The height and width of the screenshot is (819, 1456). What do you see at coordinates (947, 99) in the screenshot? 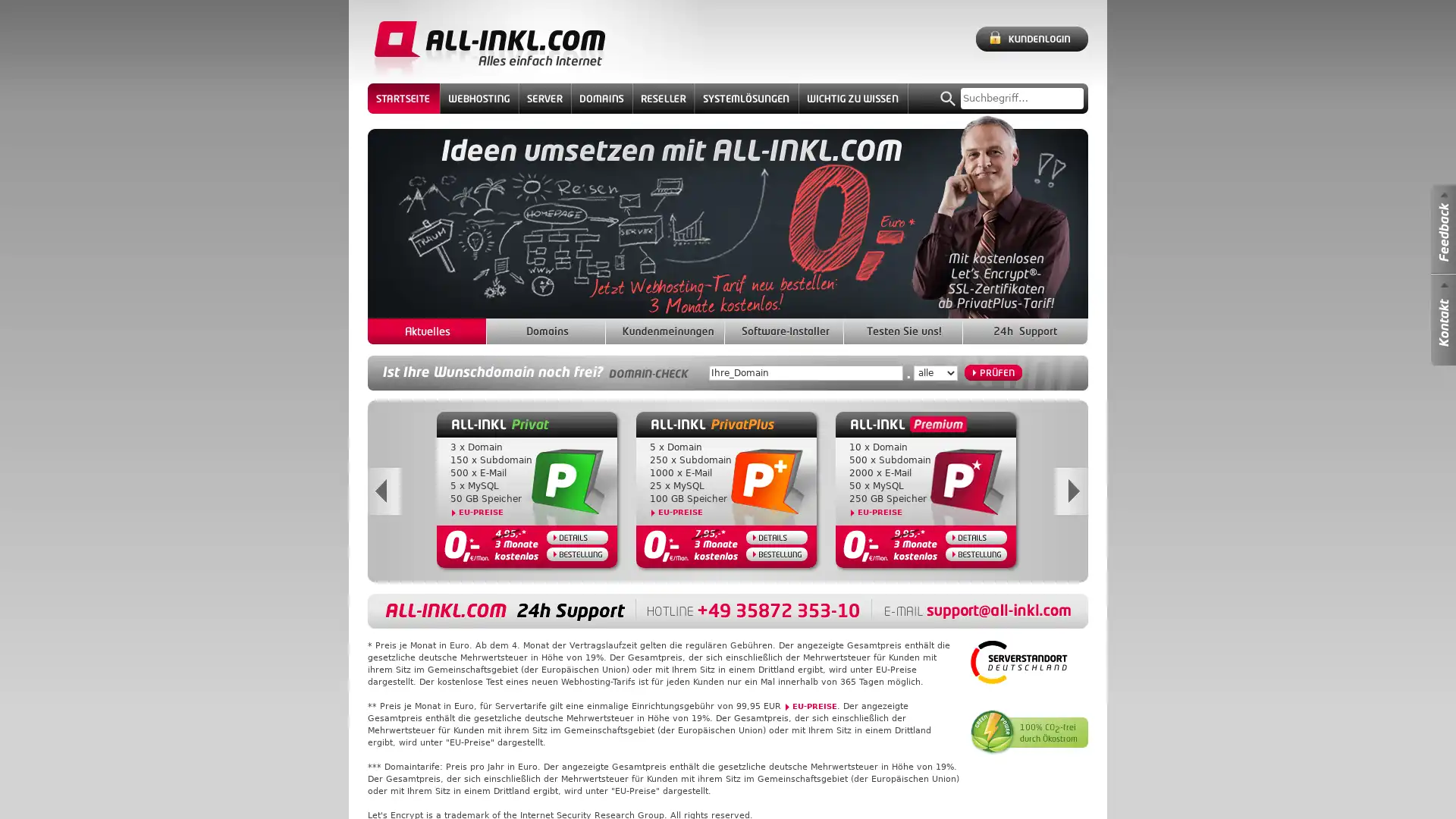
I see `Suche` at bounding box center [947, 99].